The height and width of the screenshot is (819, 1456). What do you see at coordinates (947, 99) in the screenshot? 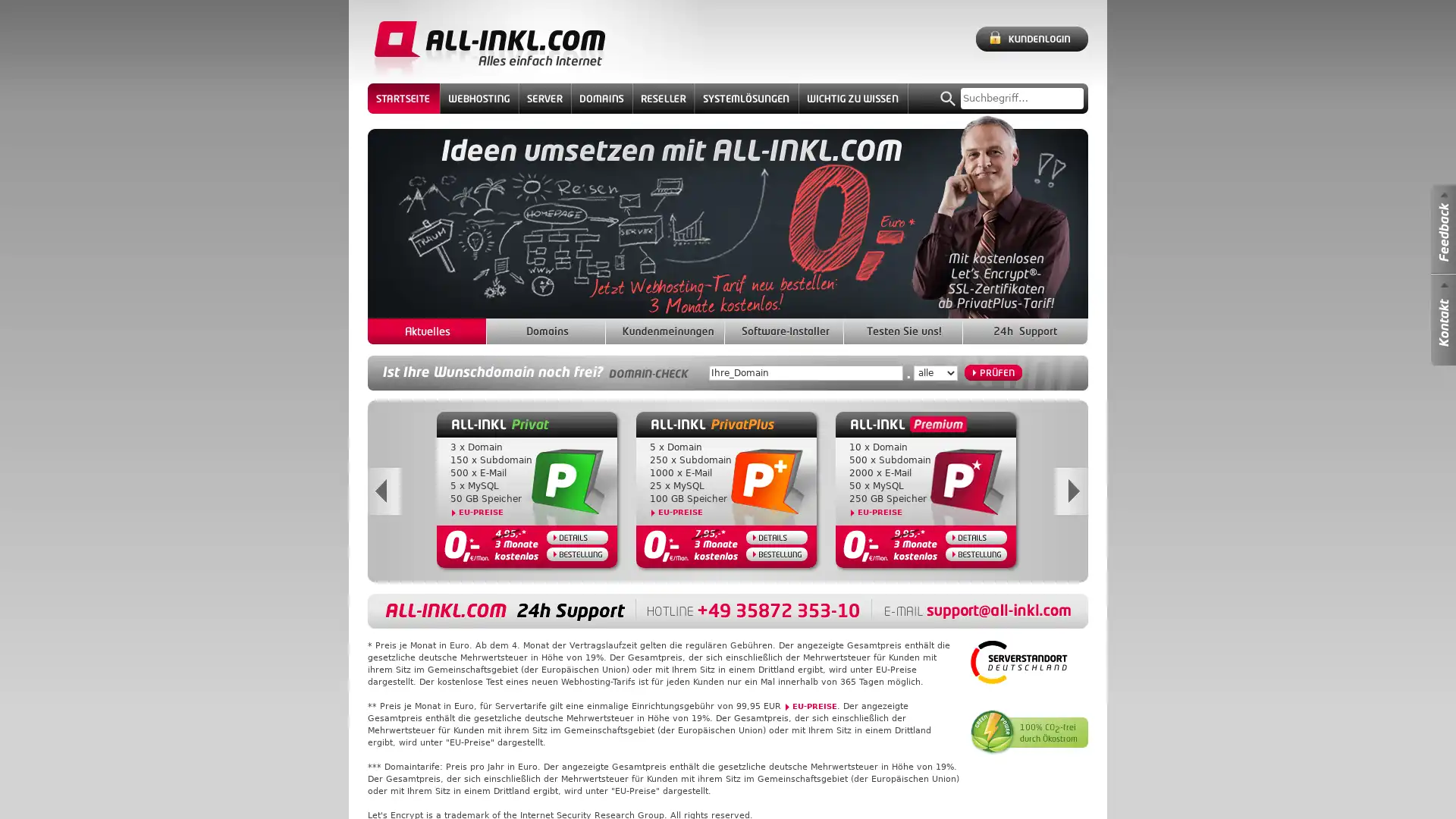
I see `Suche` at bounding box center [947, 99].